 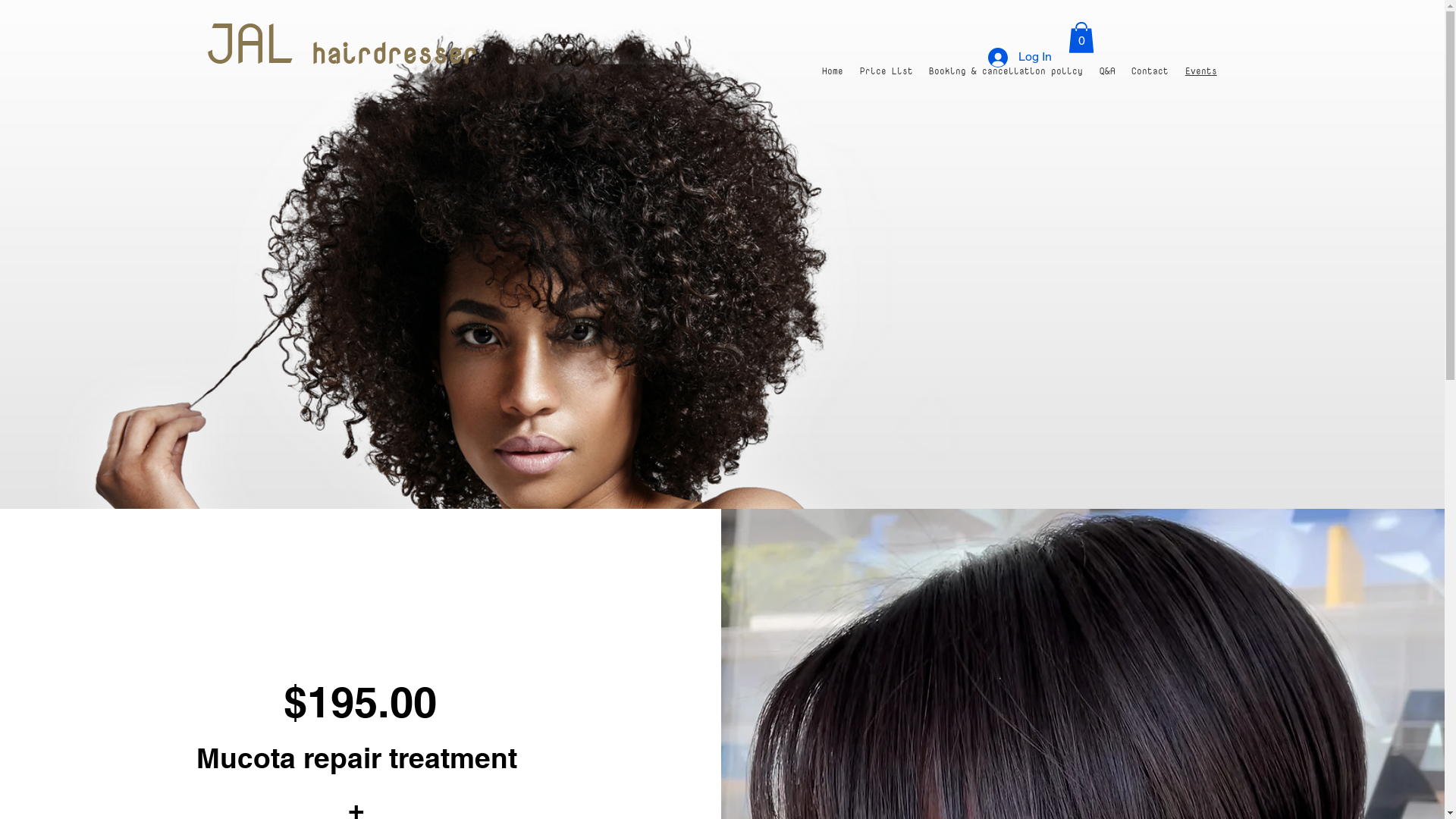 What do you see at coordinates (1090, 71) in the screenshot?
I see `'Q&A'` at bounding box center [1090, 71].